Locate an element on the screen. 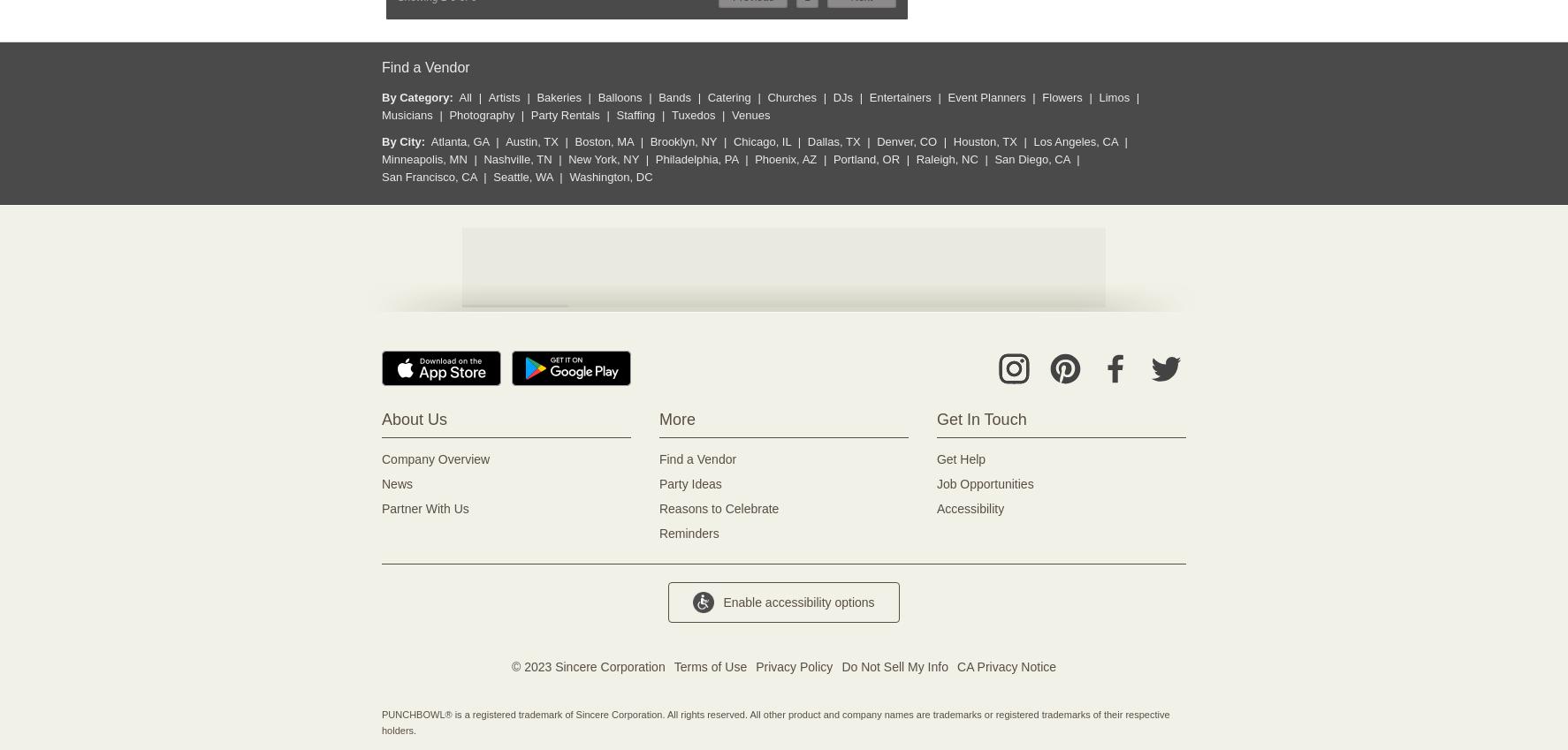 This screenshot has width=1568, height=750. 'Artists' is located at coordinates (502, 96).